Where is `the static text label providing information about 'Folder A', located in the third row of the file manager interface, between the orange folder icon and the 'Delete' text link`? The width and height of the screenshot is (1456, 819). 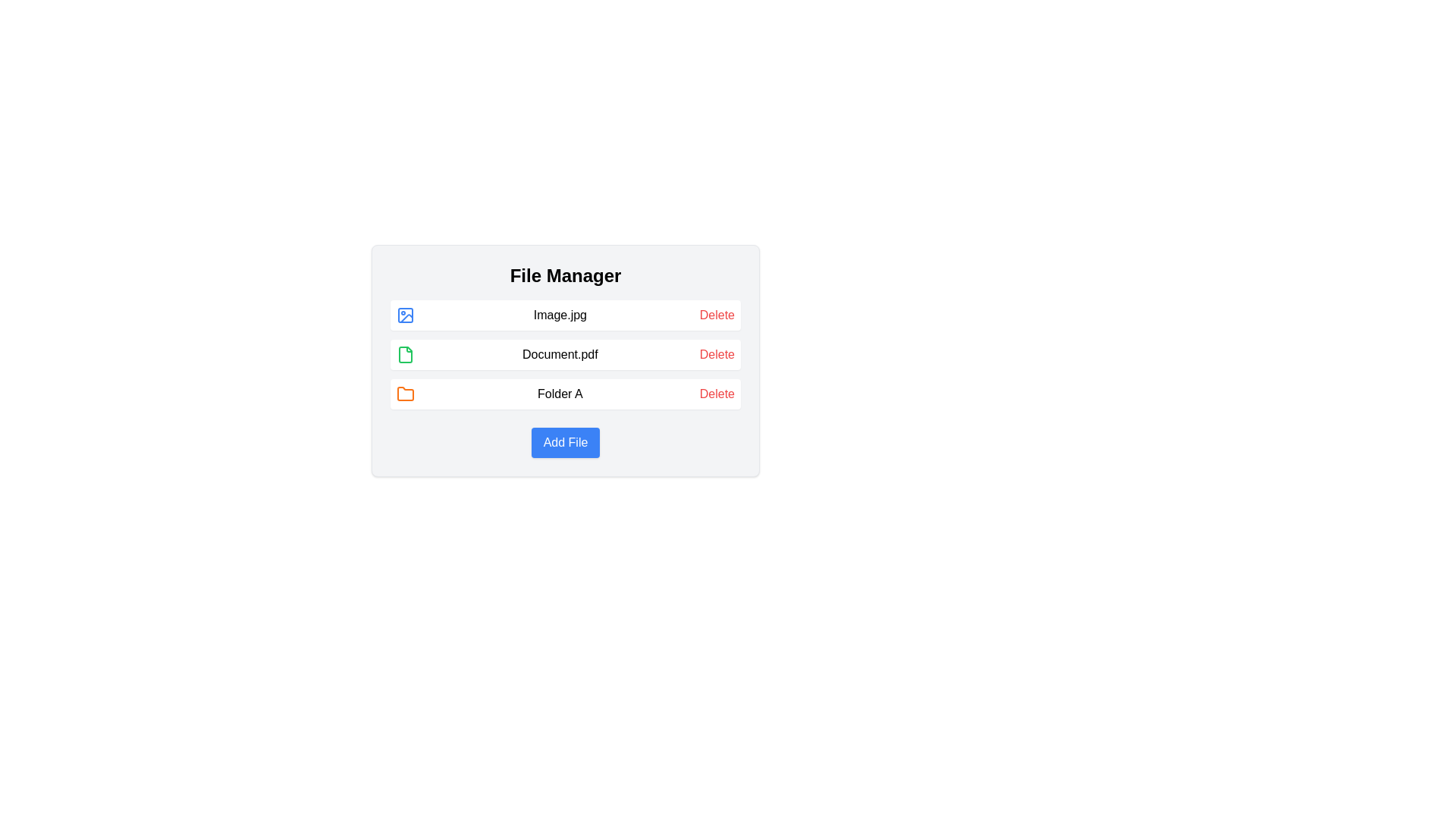
the static text label providing information about 'Folder A', located in the third row of the file manager interface, between the orange folder icon and the 'Delete' text link is located at coordinates (559, 394).